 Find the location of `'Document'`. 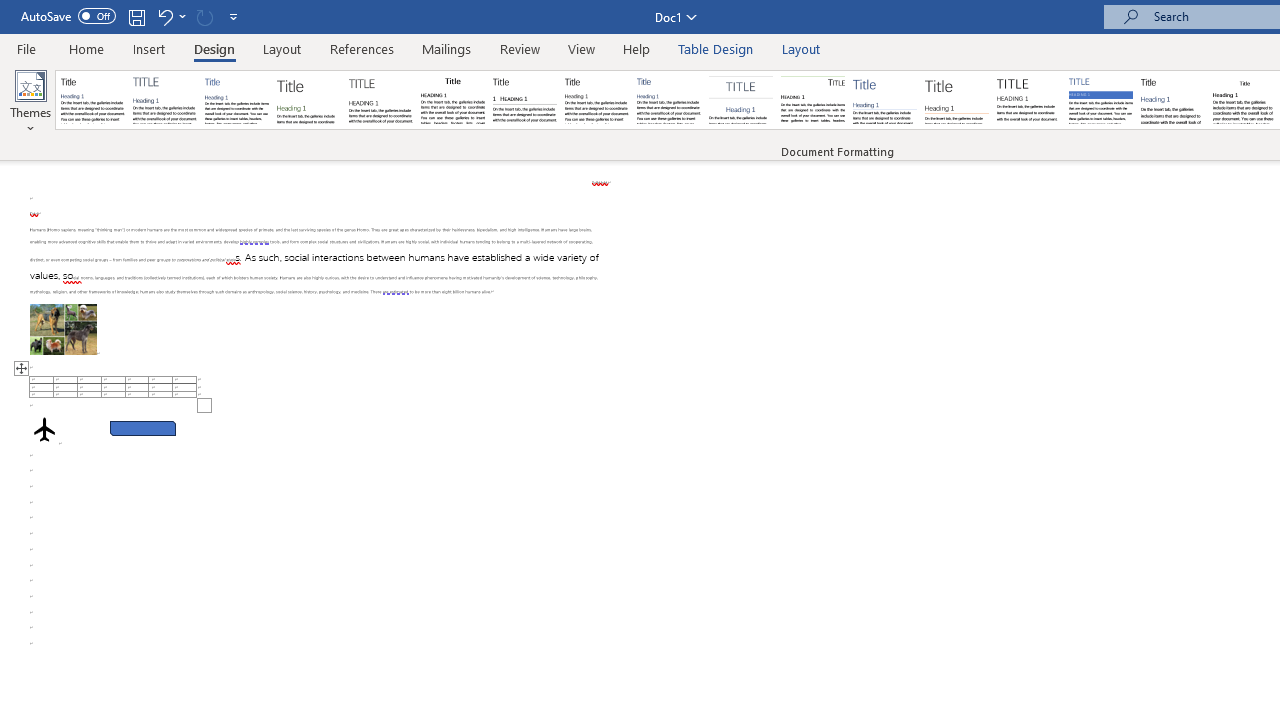

'Document' is located at coordinates (92, 100).